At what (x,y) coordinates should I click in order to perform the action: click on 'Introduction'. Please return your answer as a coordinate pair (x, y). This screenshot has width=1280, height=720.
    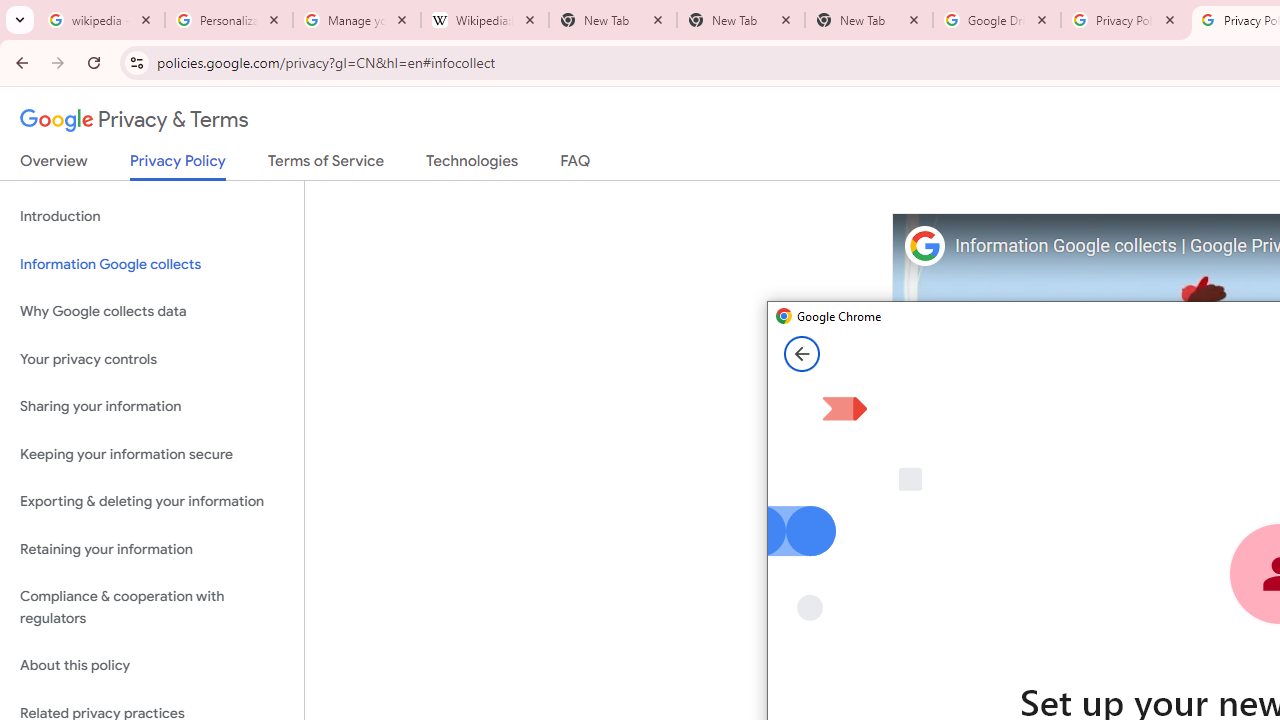
    Looking at the image, I should click on (151, 217).